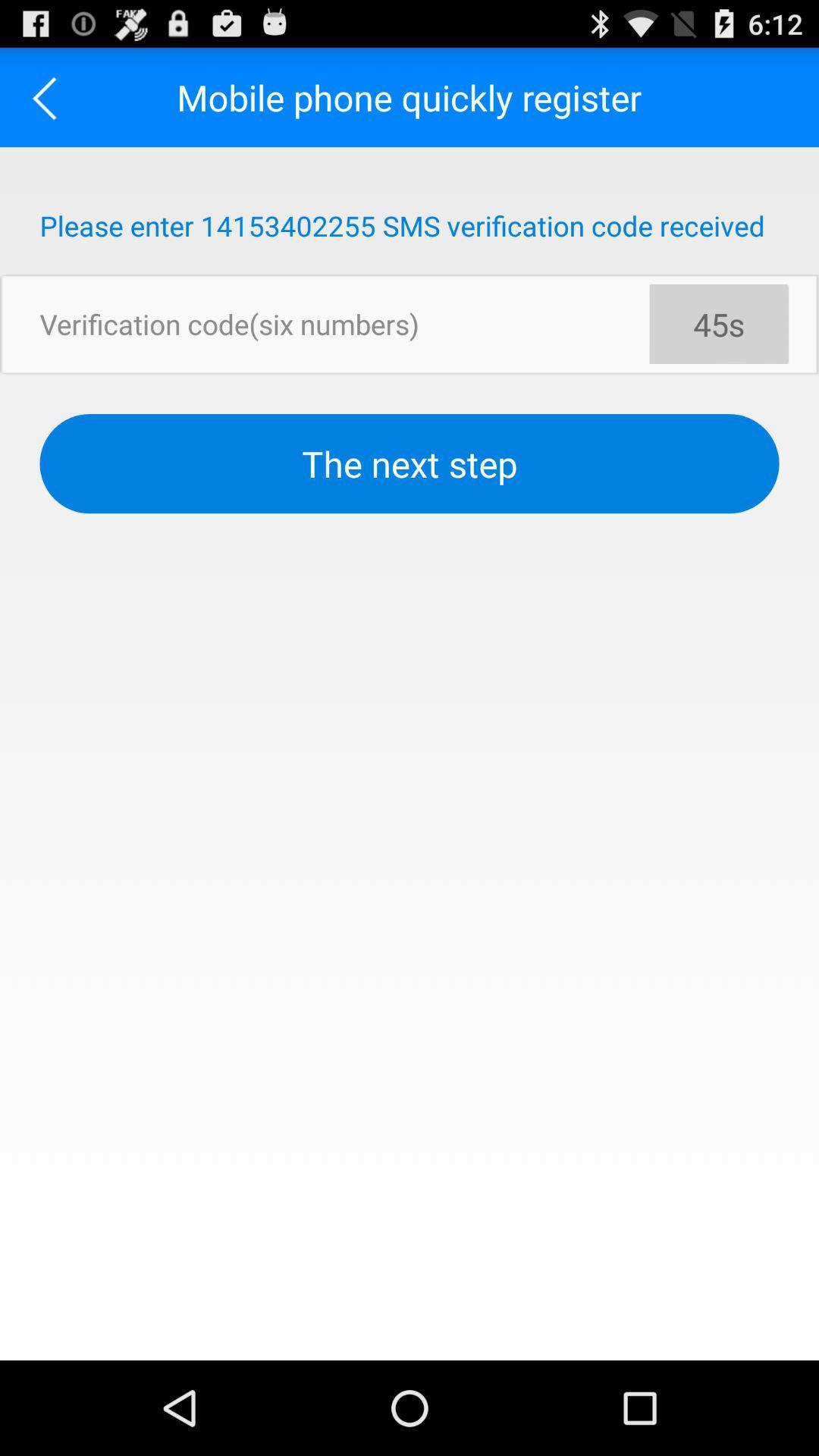 The height and width of the screenshot is (1456, 819). Describe the element at coordinates (49, 103) in the screenshot. I see `the arrow_backward icon` at that location.